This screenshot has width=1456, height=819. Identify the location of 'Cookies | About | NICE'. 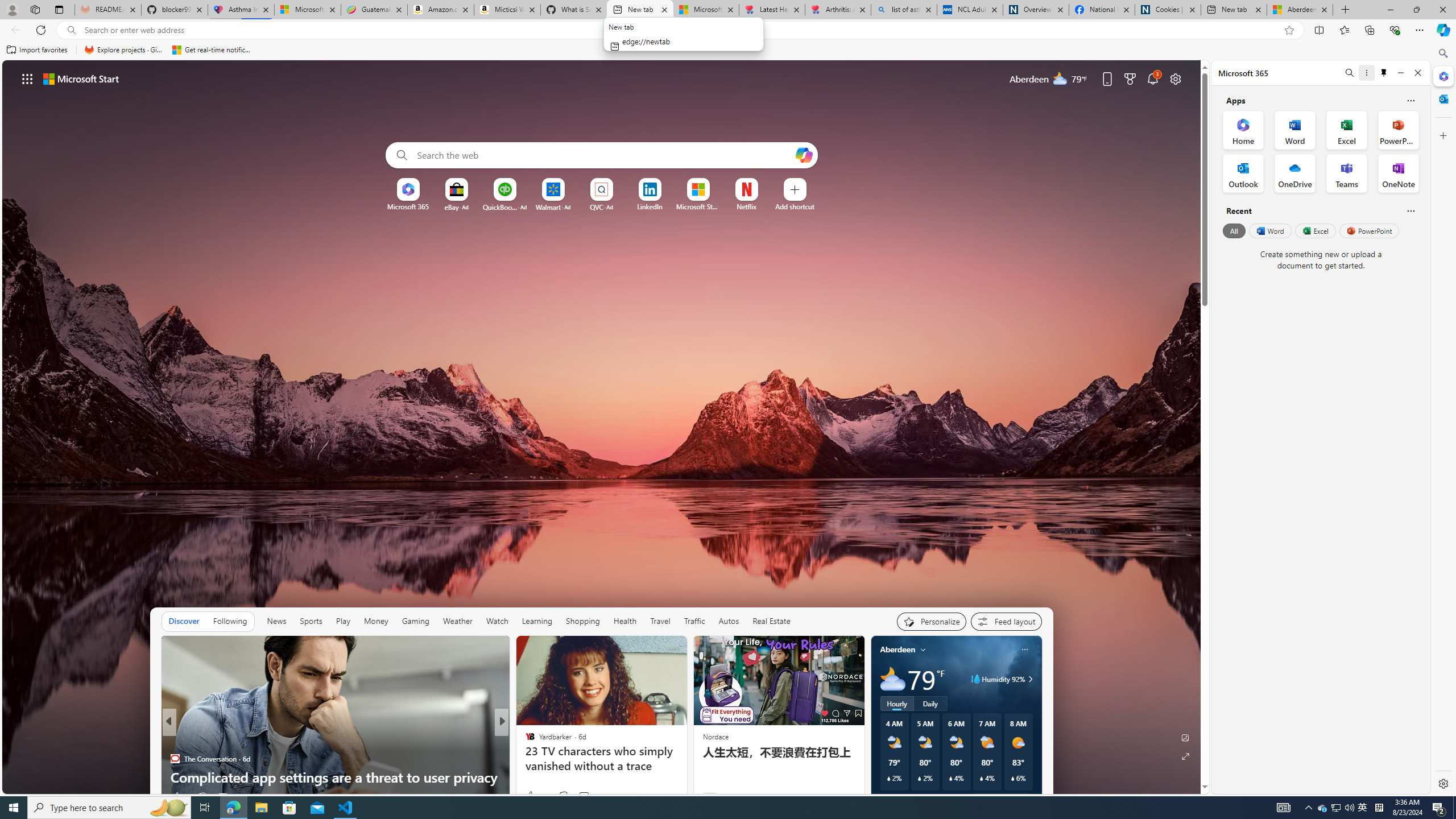
(1168, 9).